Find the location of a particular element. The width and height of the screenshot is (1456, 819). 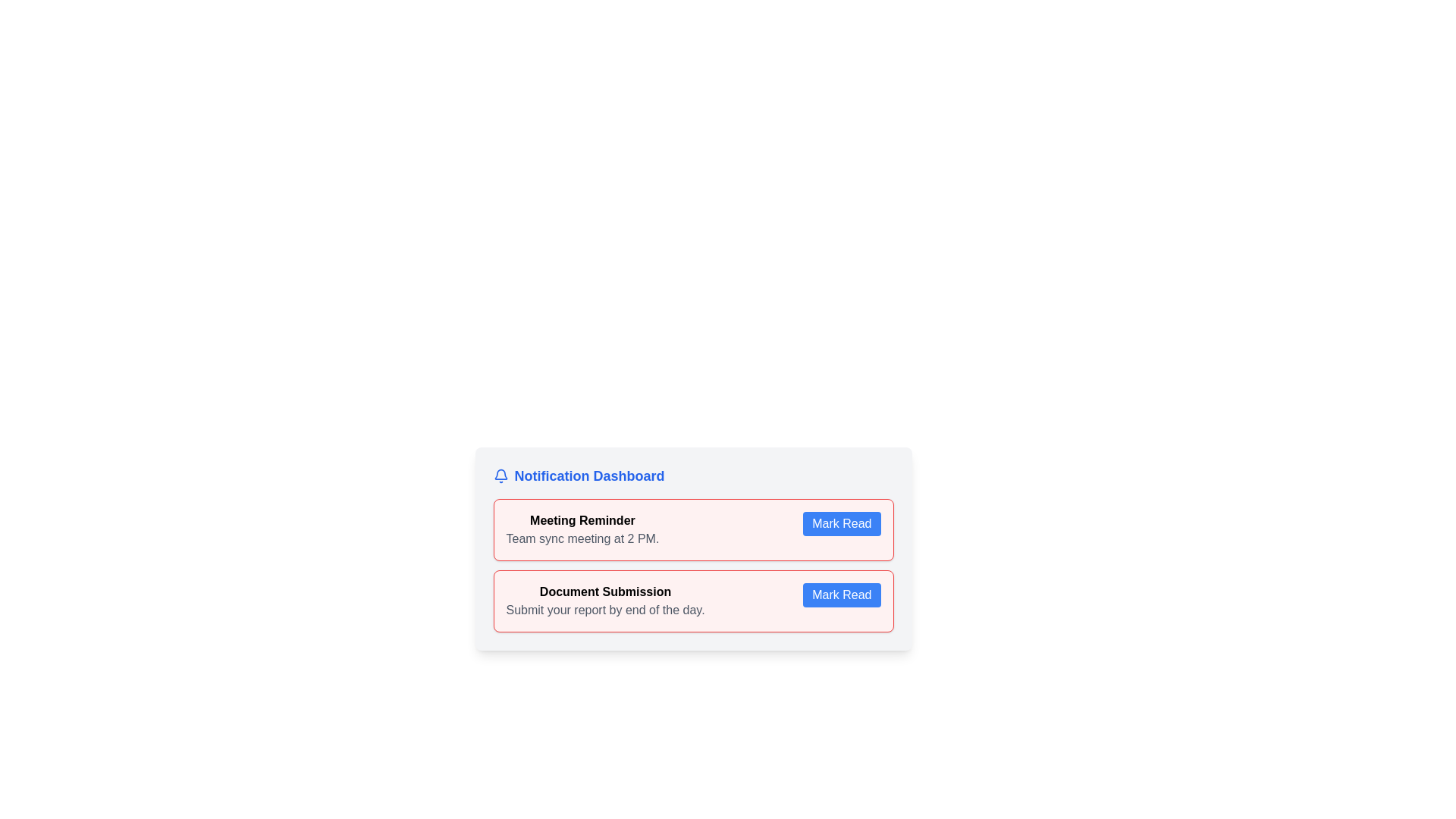

the first notification card in the visible notification list that provides information about an upcoming meeting, located above the 'Mark Read' button is located at coordinates (582, 529).